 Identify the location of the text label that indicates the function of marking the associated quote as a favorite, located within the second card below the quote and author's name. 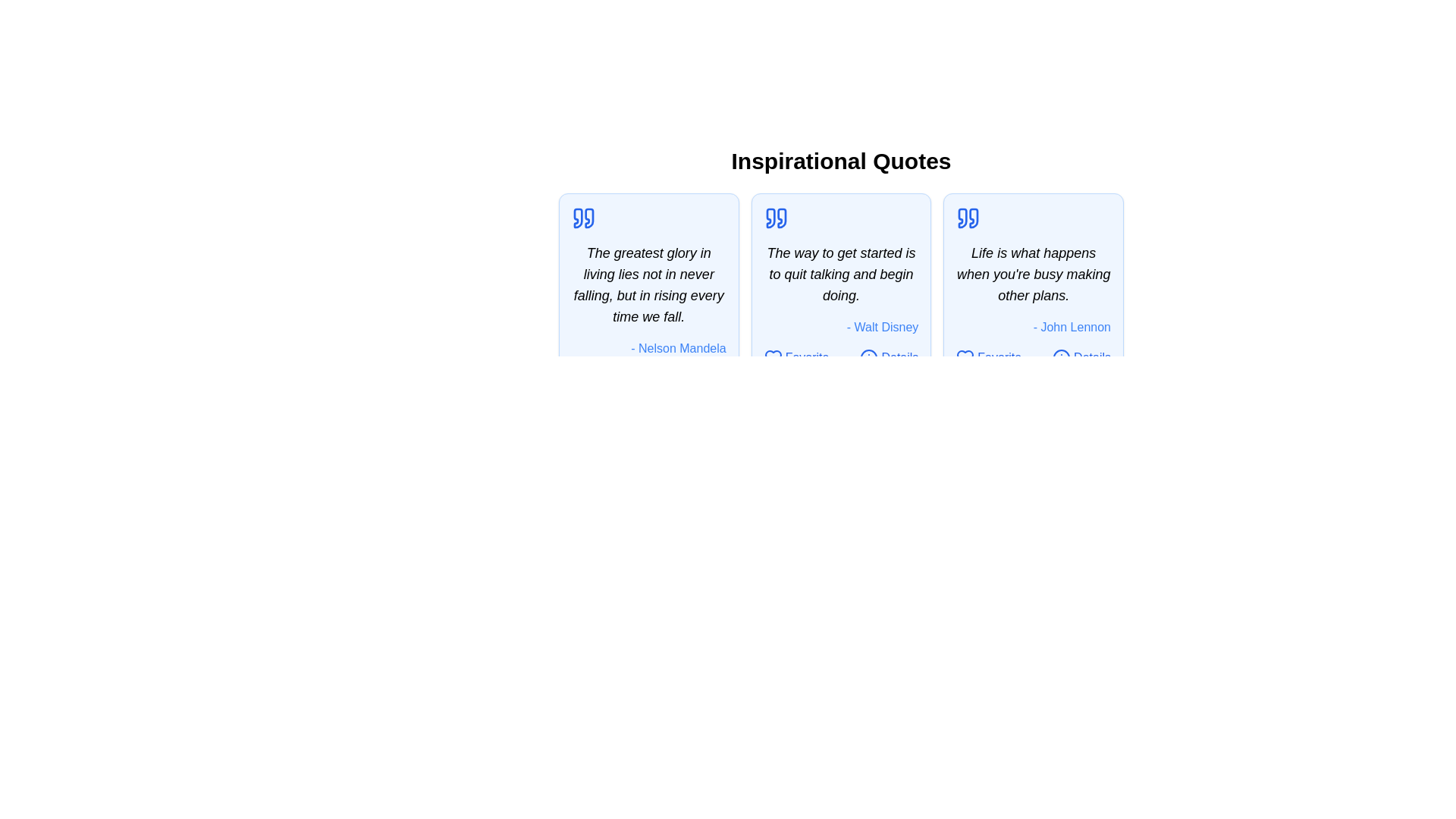
(806, 357).